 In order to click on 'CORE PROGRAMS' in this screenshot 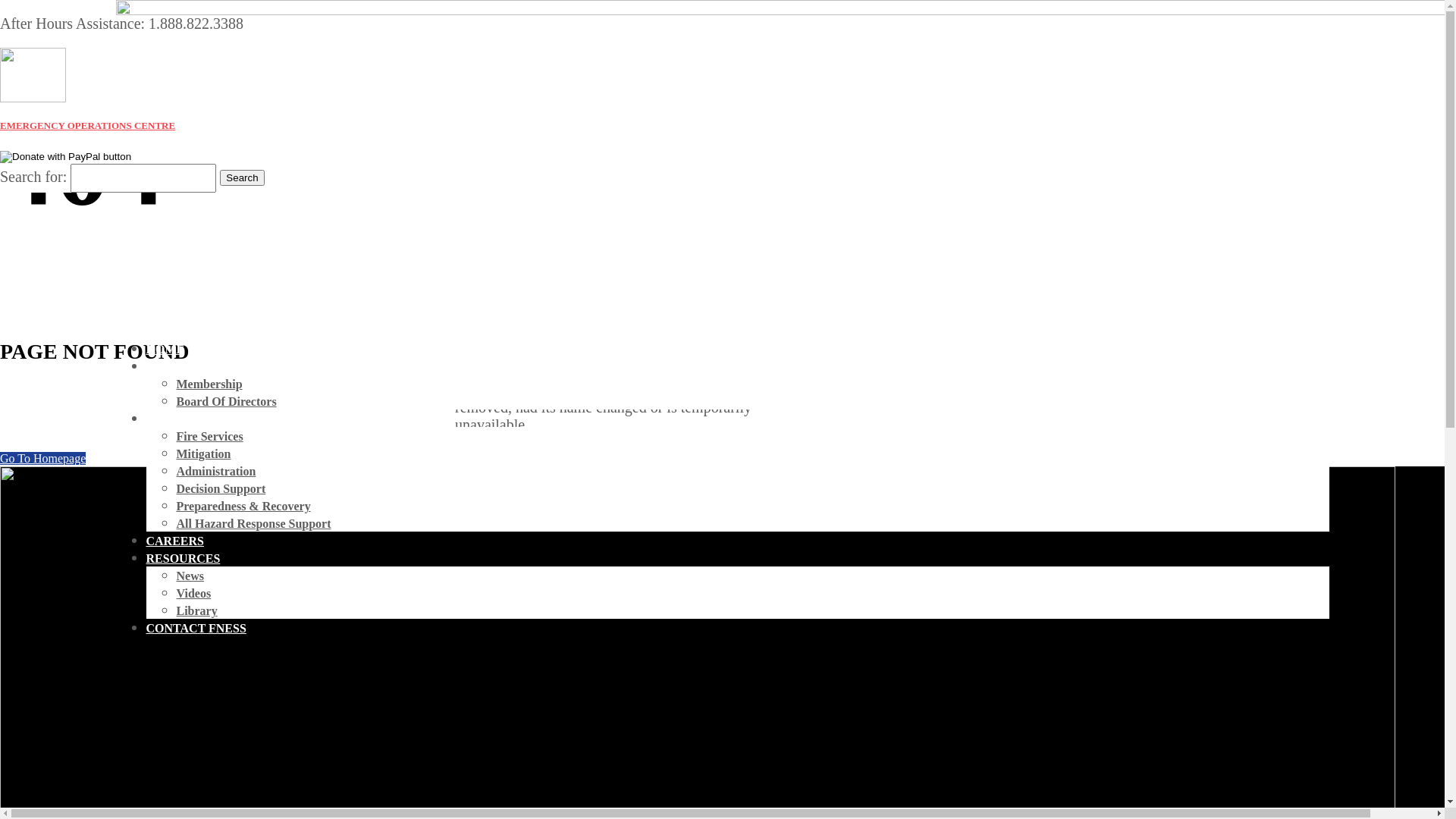, I will do `click(146, 419)`.